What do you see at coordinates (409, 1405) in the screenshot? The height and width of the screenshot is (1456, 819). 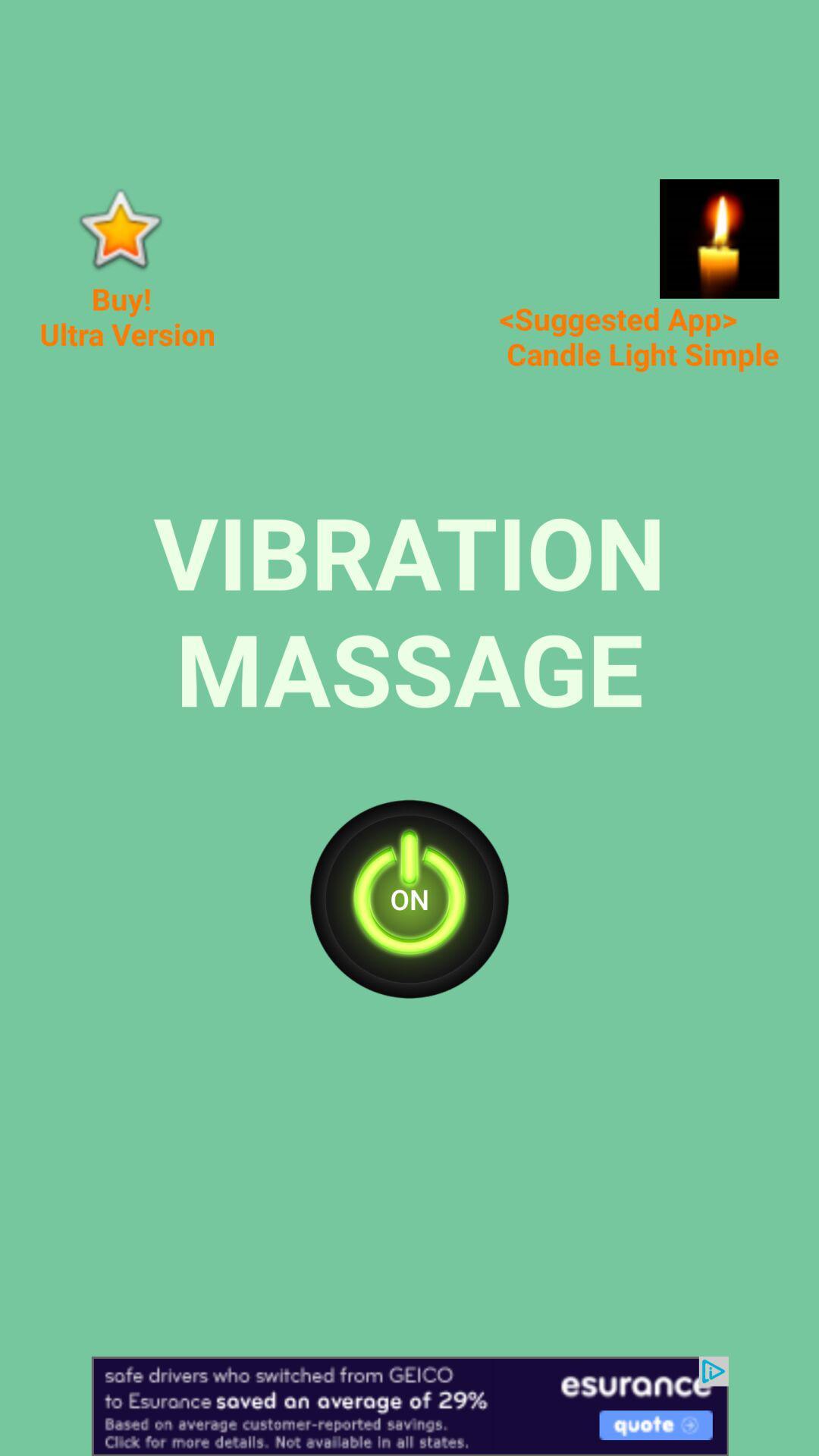 I see `opens advertisement` at bounding box center [409, 1405].